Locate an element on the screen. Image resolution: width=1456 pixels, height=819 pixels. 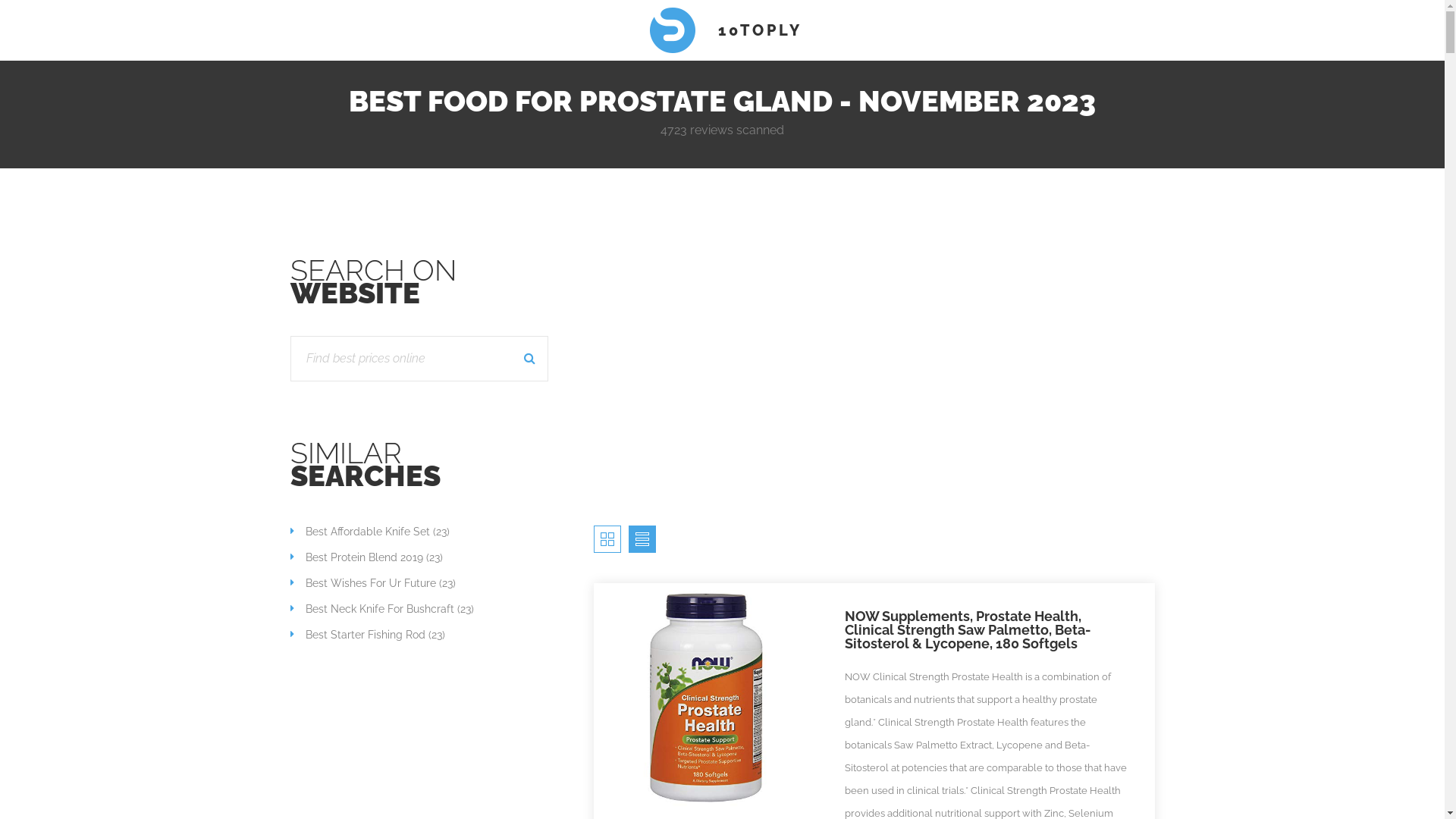
'SEARCH' is located at coordinates (530, 359).